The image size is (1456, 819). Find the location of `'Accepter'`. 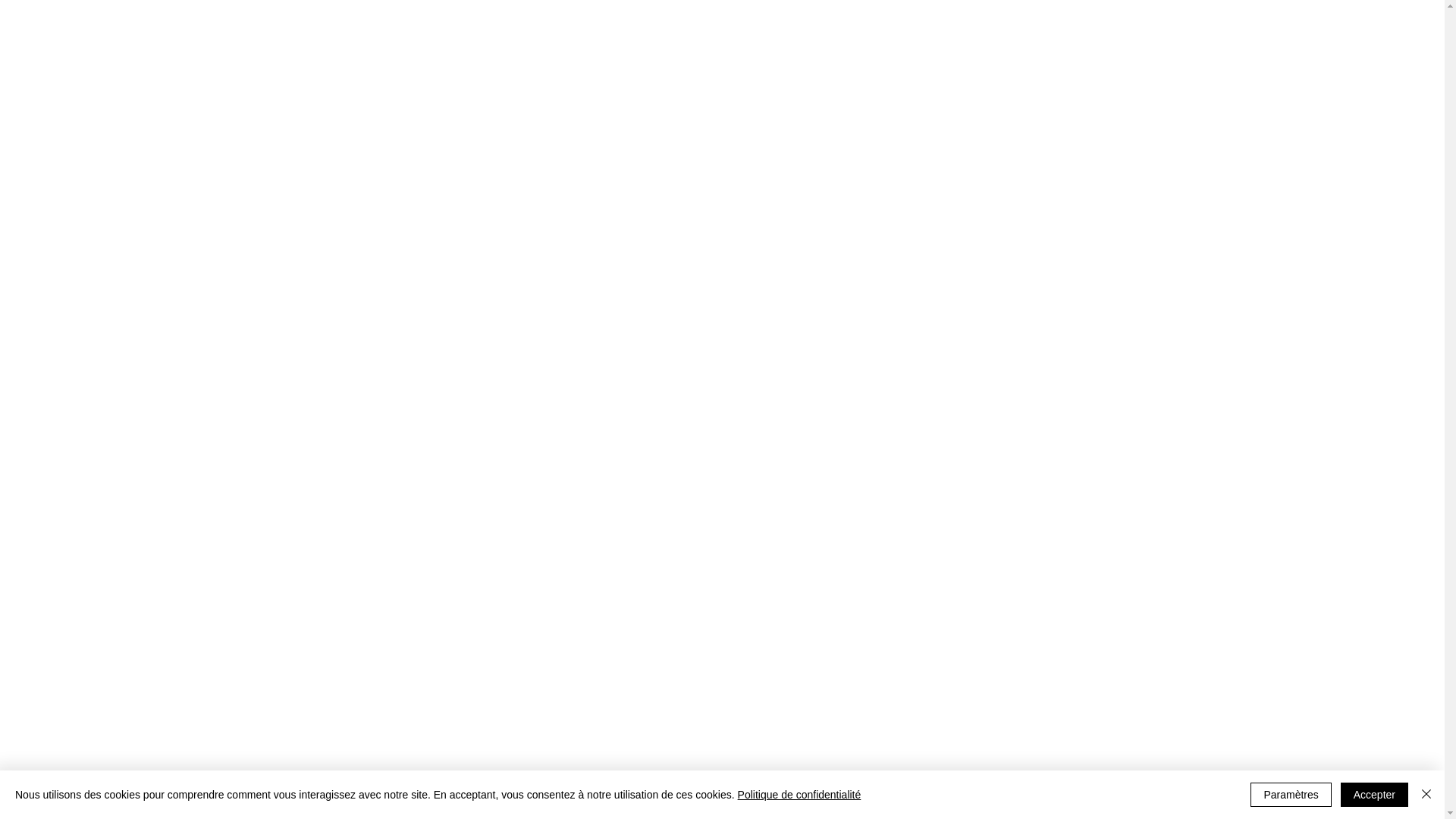

'Accepter' is located at coordinates (1374, 794).